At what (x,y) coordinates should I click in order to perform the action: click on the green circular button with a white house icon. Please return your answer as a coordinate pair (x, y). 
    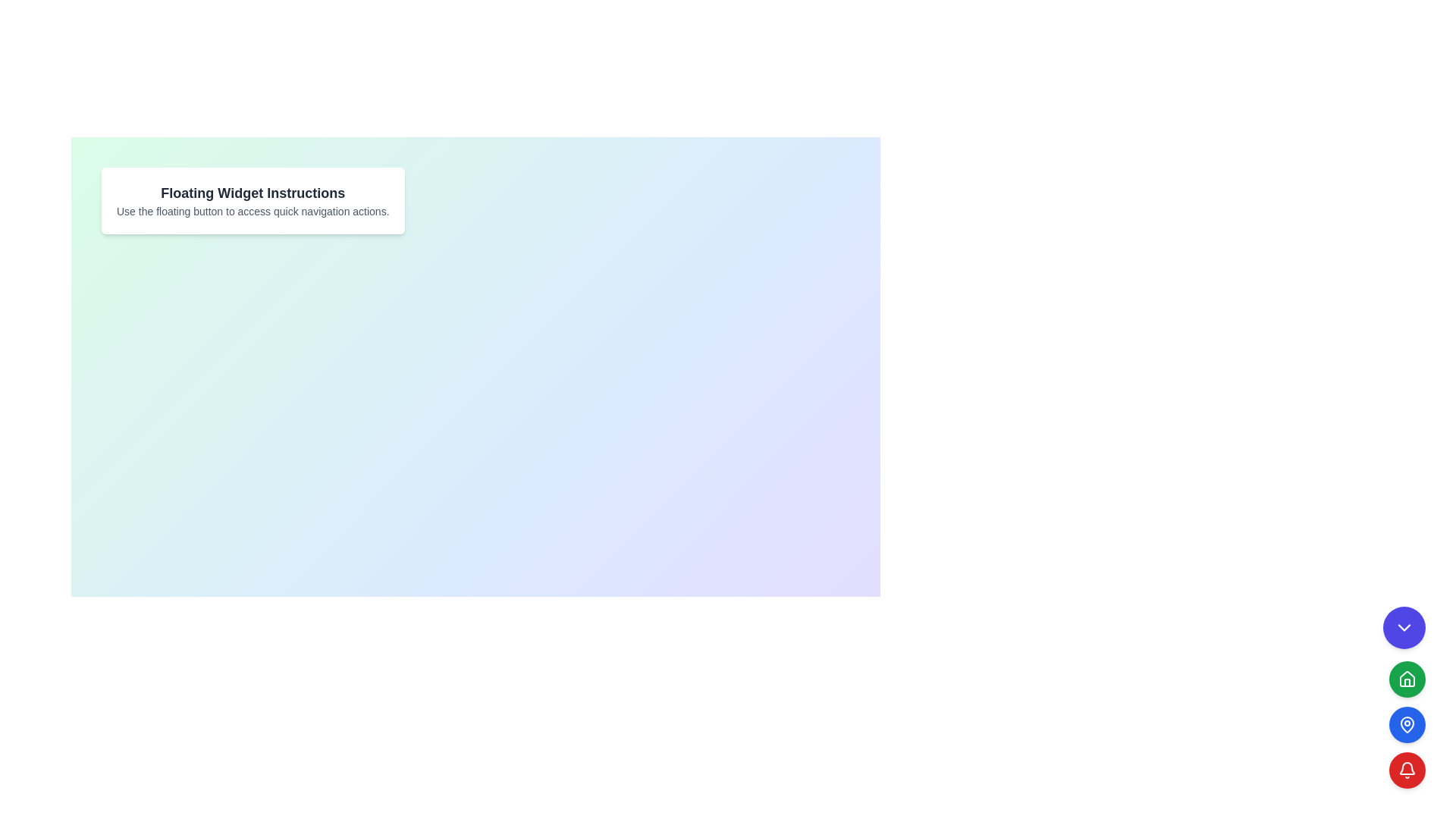
    Looking at the image, I should click on (1404, 698).